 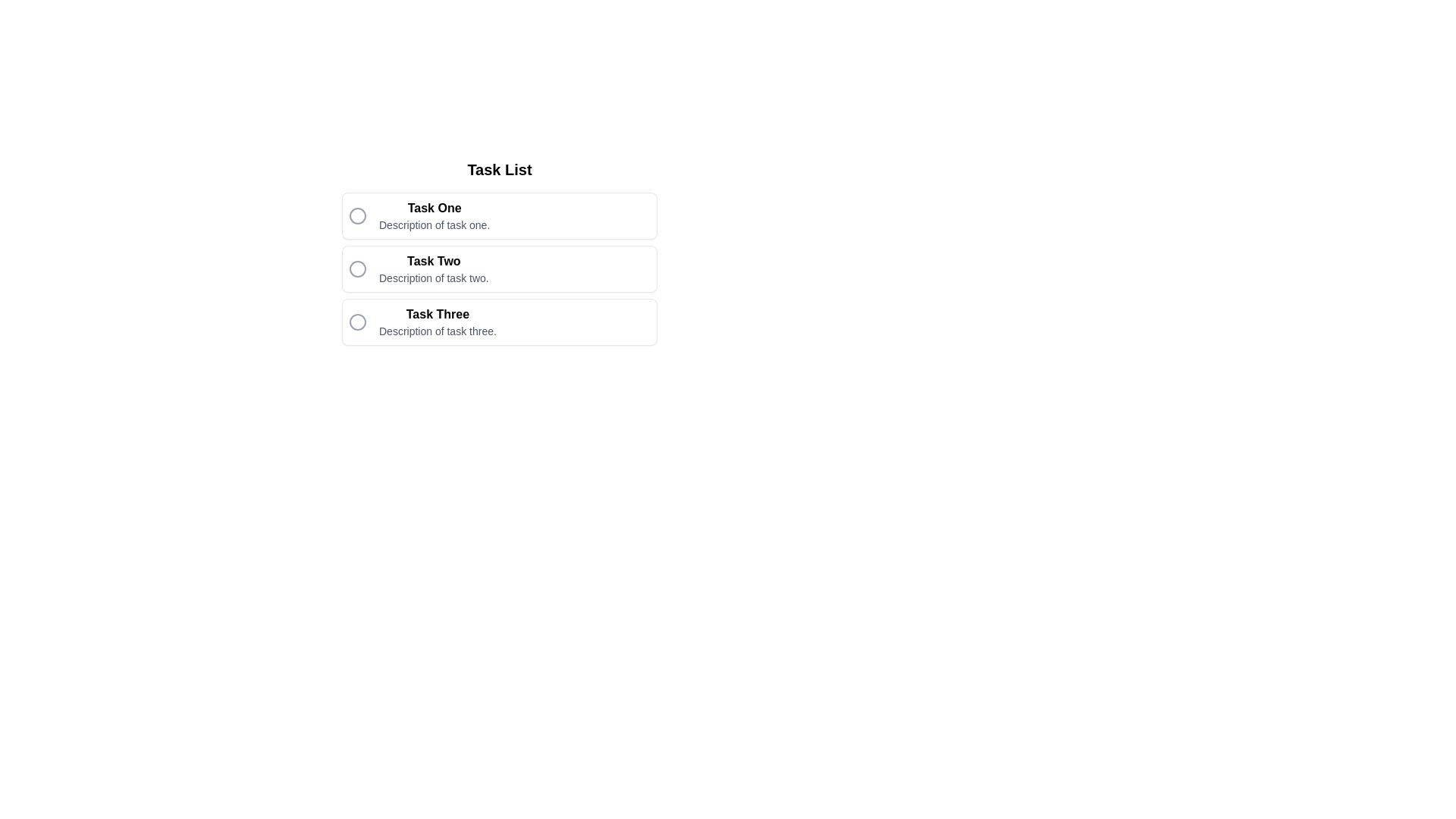 I want to click on text label located in the third row of the 'Task List', which is above the description 'Description of task three', so click(x=437, y=314).